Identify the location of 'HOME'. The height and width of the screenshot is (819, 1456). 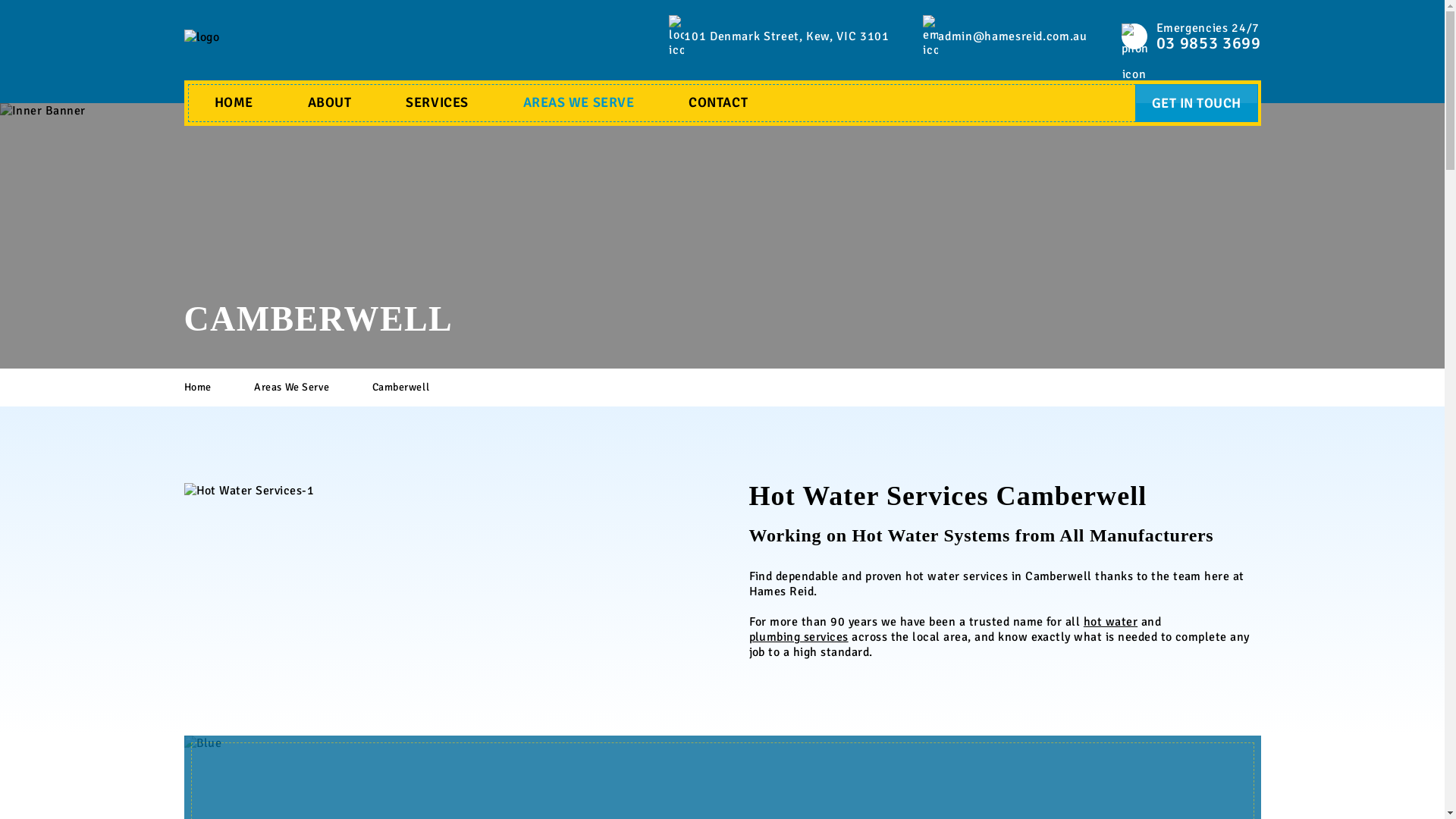
(232, 102).